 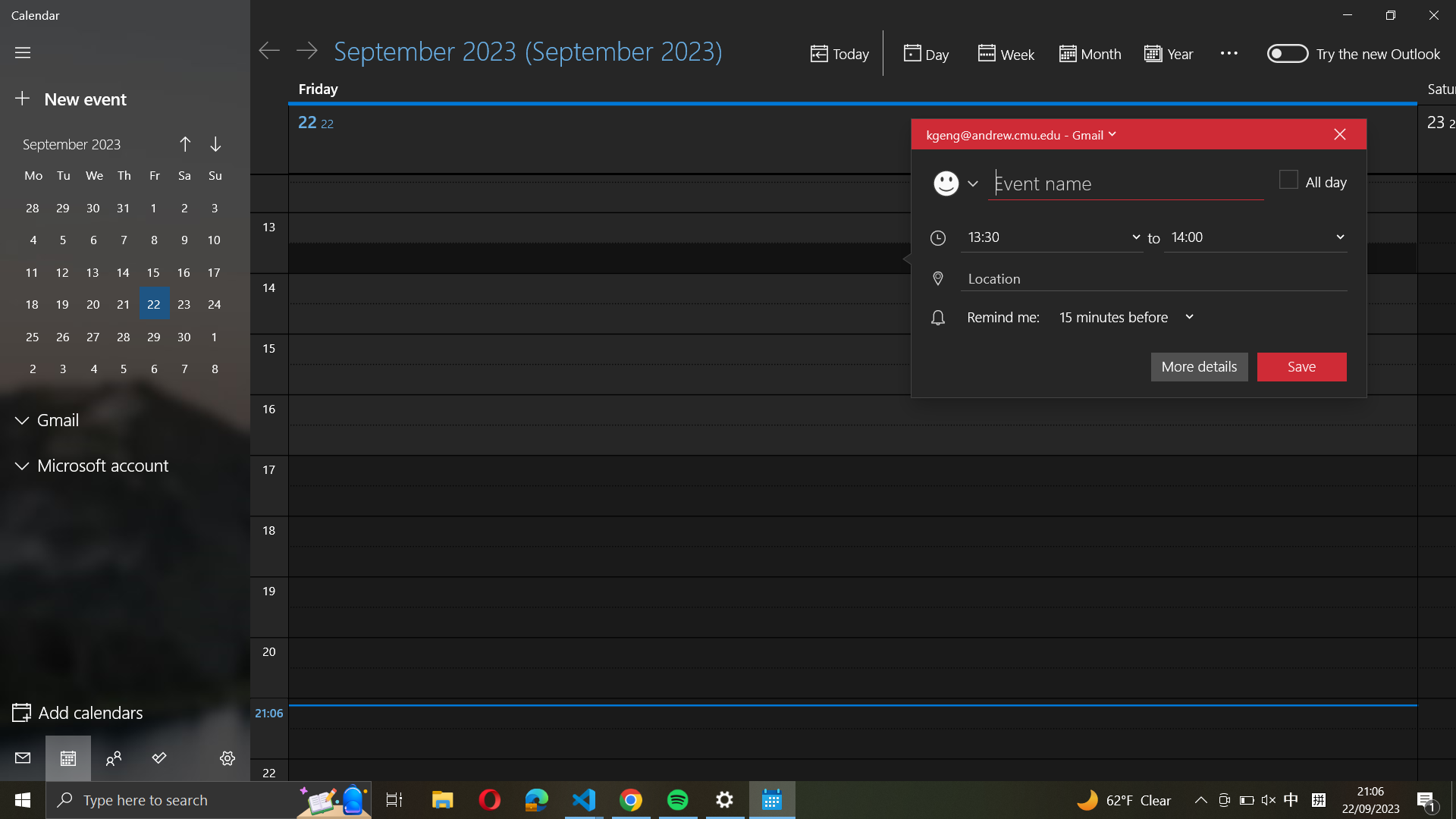 I want to click on Abort the existing event, so click(x=1339, y=133).